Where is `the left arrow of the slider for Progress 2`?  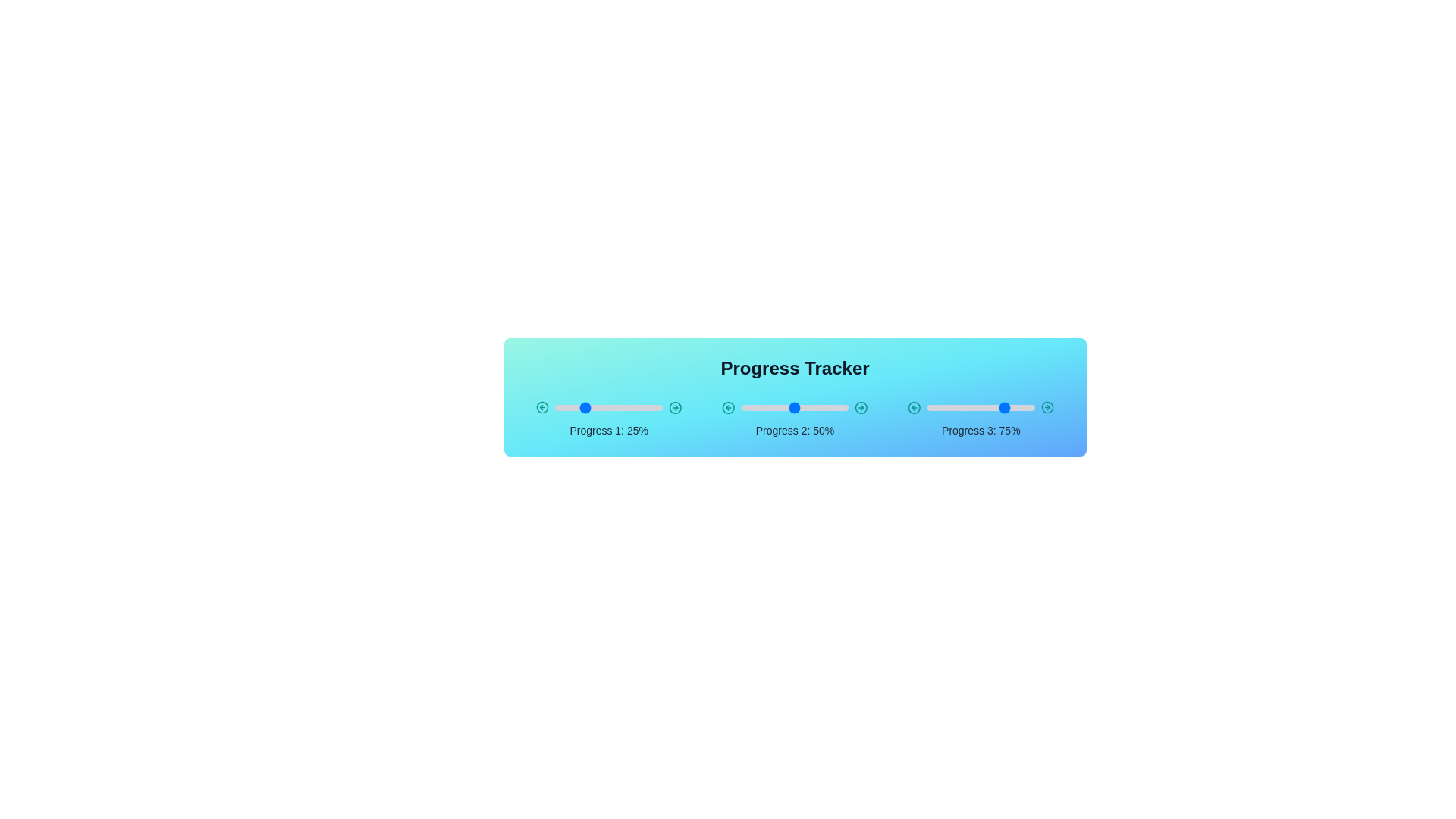
the left arrow of the slider for Progress 2 is located at coordinates (728, 406).